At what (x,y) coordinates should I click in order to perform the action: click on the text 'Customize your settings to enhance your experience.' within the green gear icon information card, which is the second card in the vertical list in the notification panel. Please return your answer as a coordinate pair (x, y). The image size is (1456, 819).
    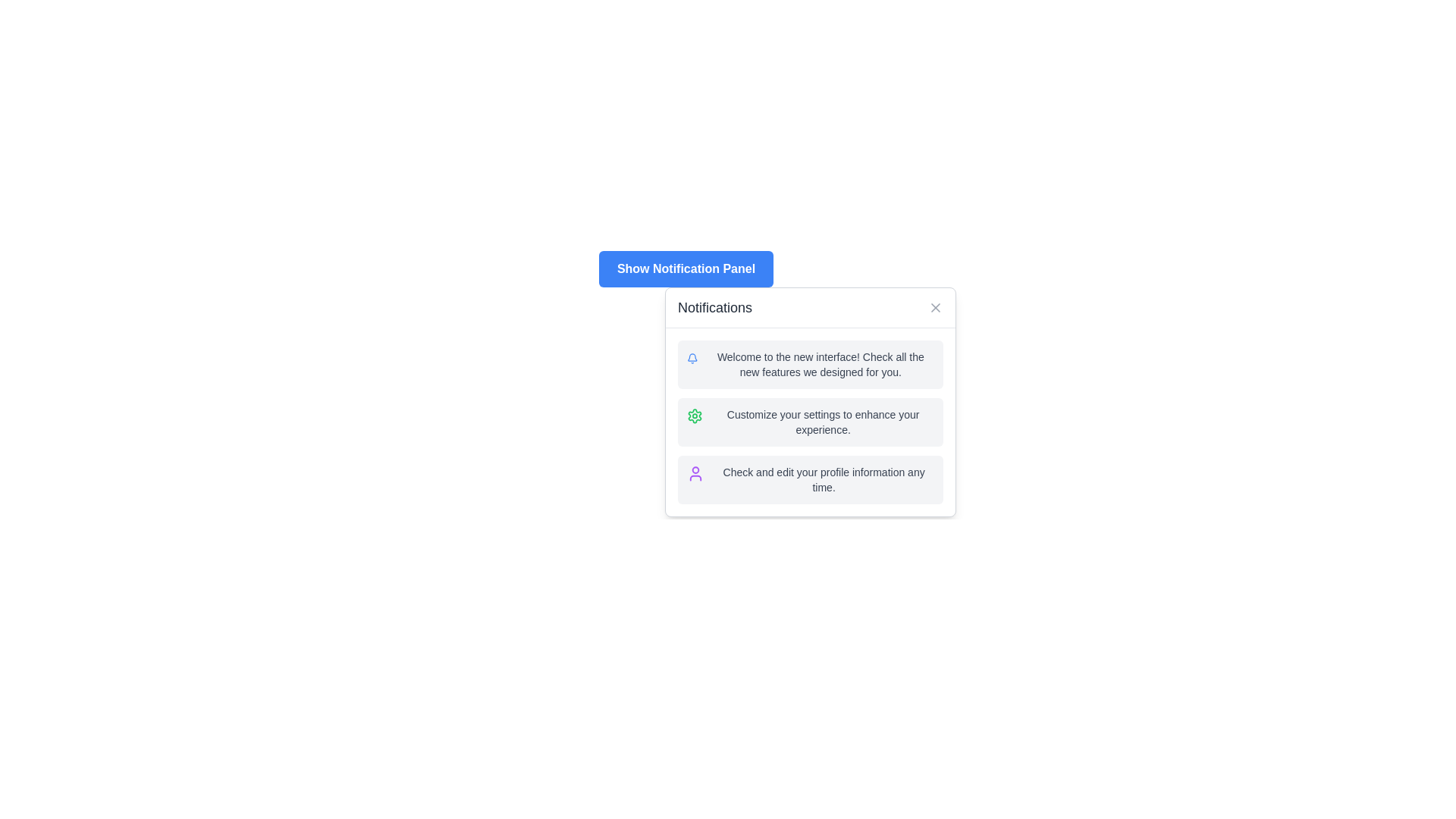
    Looking at the image, I should click on (810, 422).